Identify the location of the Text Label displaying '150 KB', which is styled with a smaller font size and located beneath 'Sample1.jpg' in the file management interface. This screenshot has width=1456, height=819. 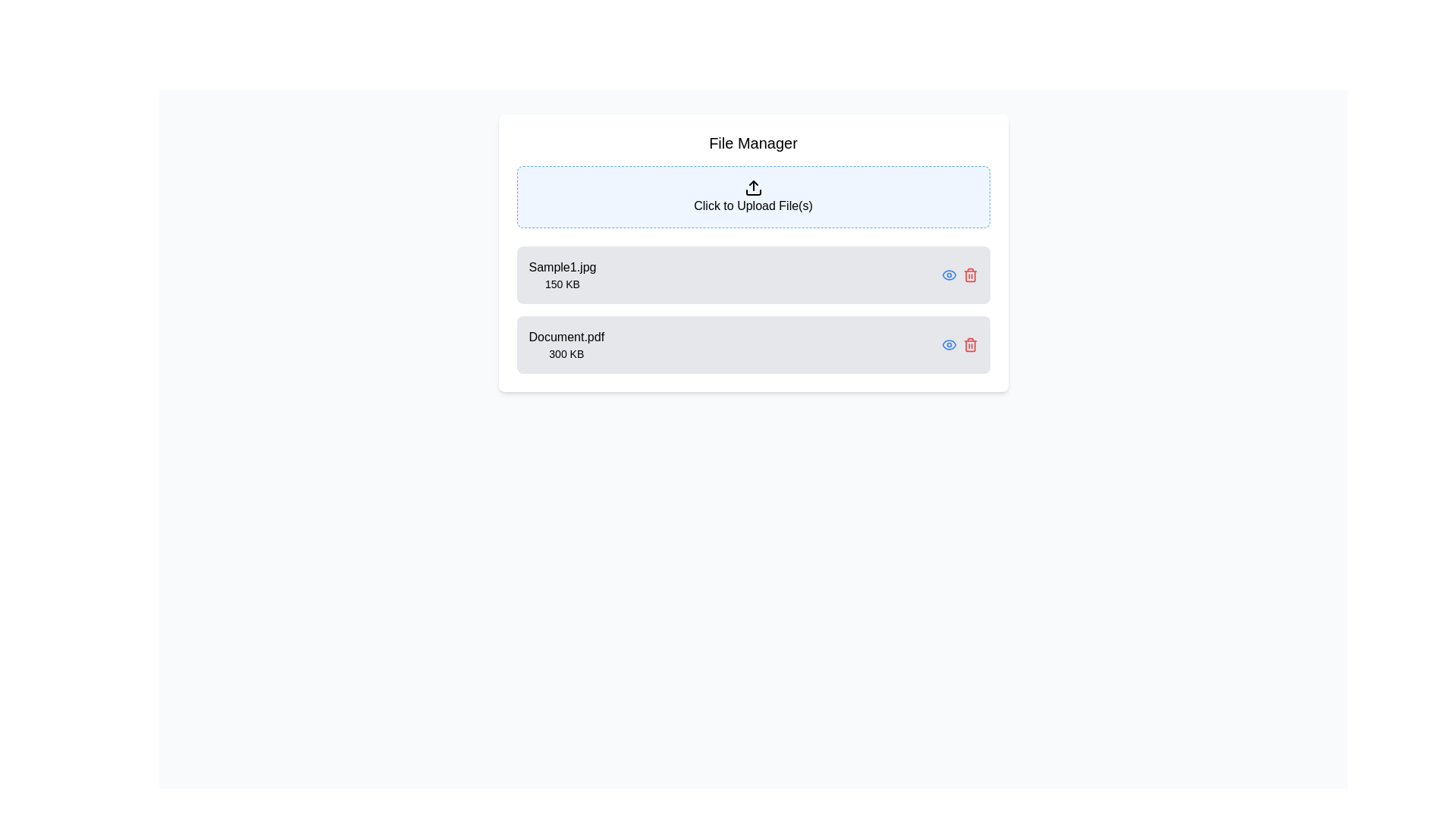
(561, 284).